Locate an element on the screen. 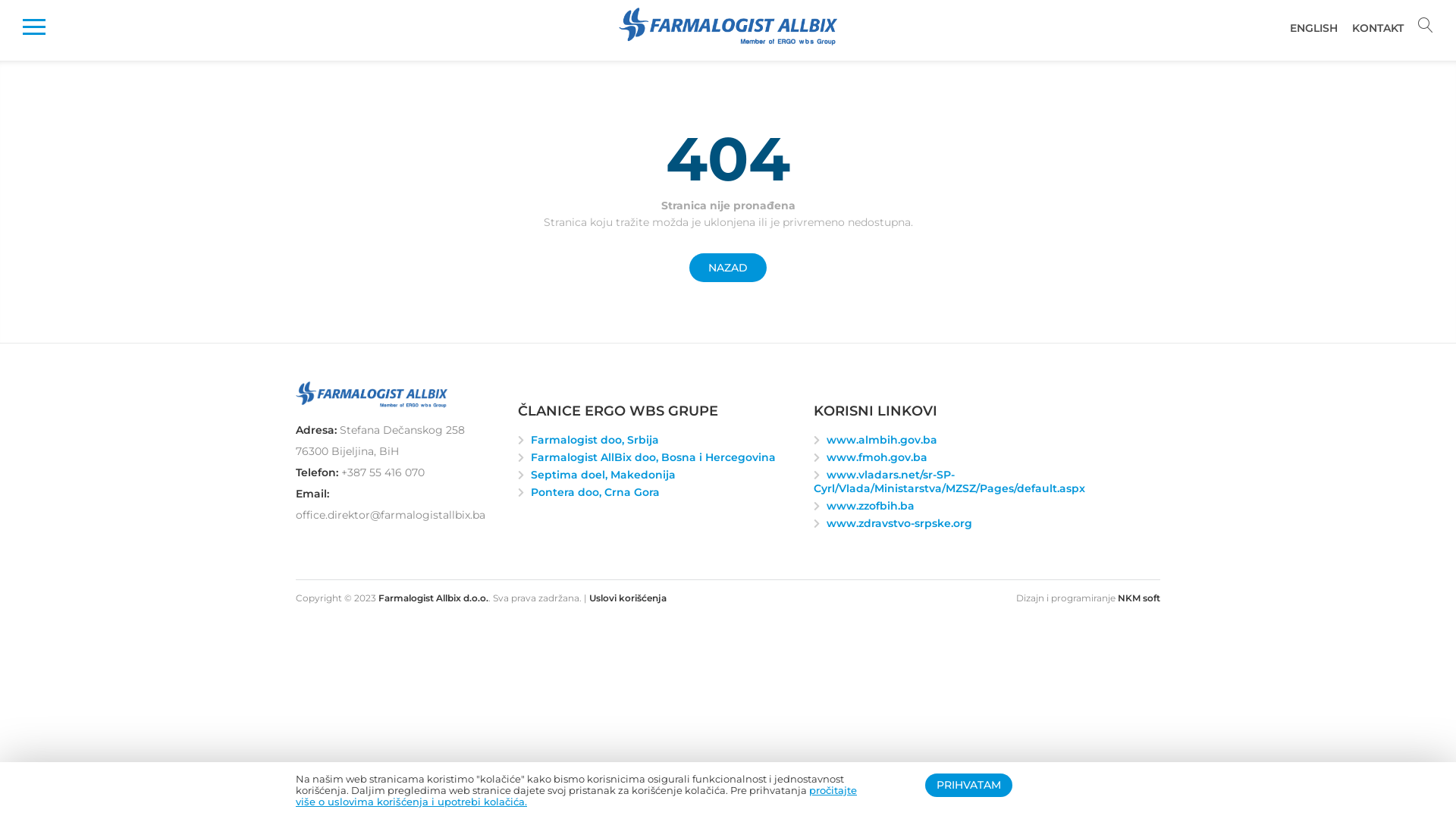 The height and width of the screenshot is (819, 1456). 'ENGLISH' is located at coordinates (1277, 28).